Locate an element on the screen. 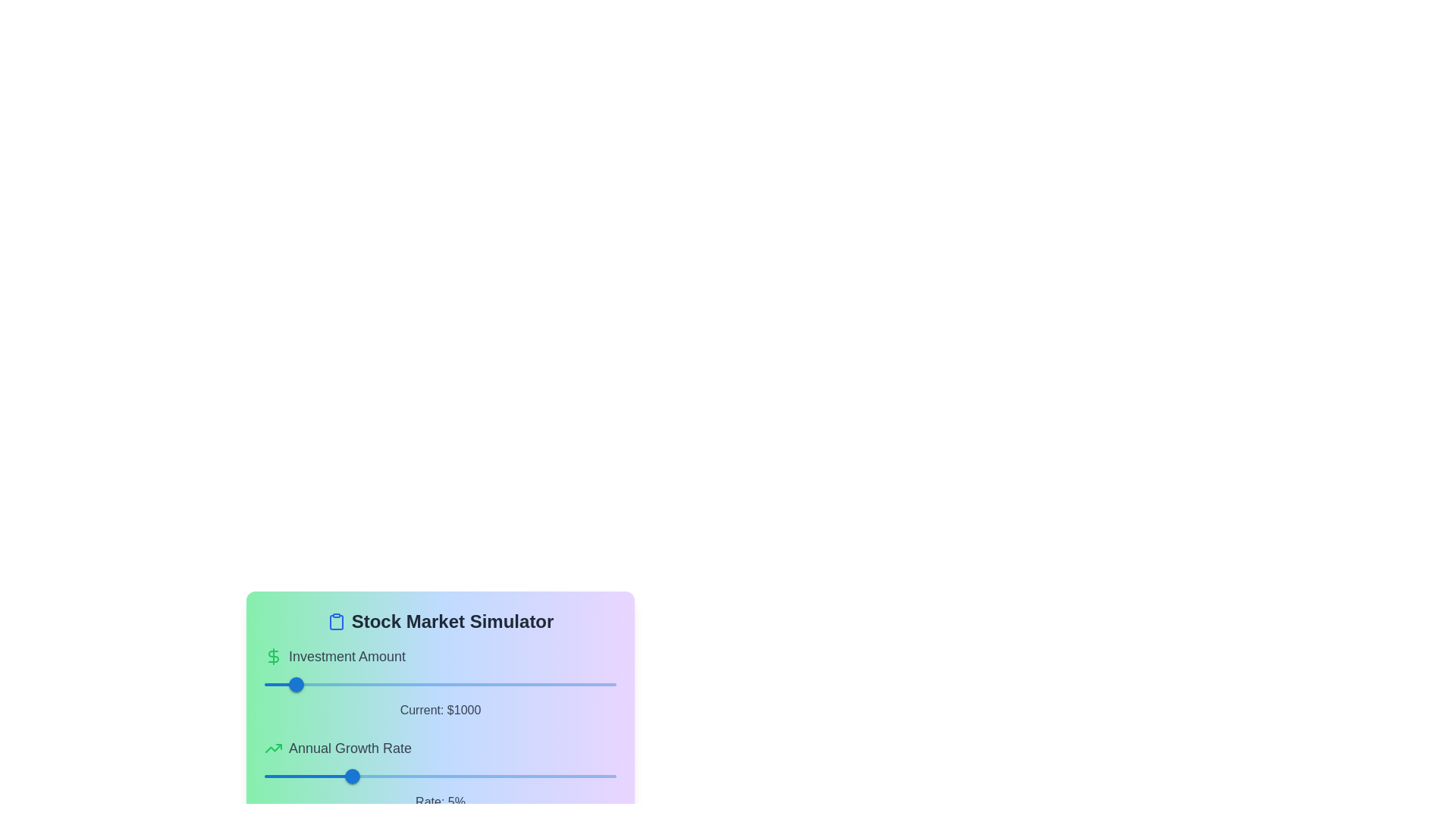 The width and height of the screenshot is (1456, 819). the investment amount is located at coordinates (331, 684).